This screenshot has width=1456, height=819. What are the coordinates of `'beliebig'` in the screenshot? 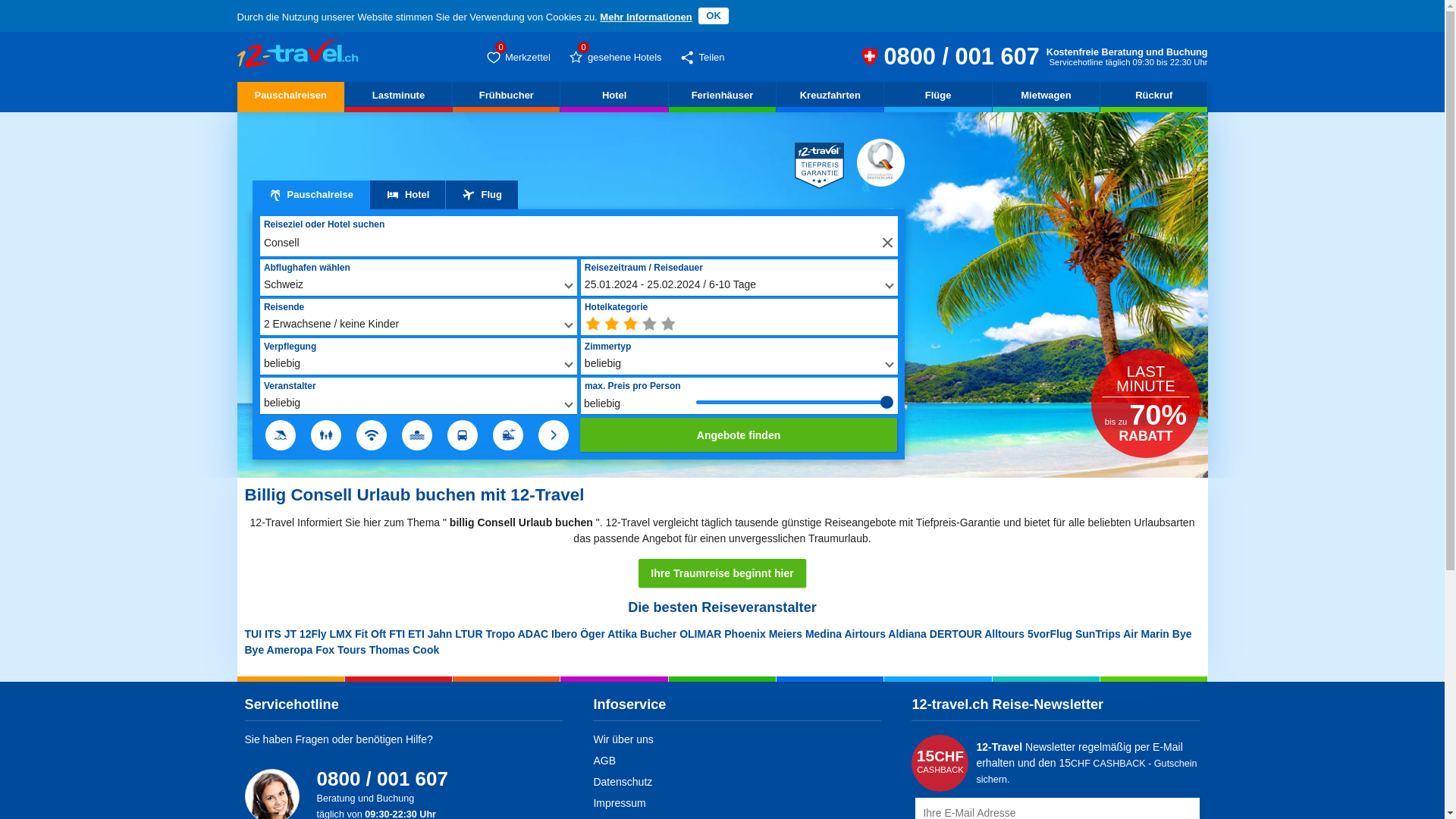 It's located at (595, 325).